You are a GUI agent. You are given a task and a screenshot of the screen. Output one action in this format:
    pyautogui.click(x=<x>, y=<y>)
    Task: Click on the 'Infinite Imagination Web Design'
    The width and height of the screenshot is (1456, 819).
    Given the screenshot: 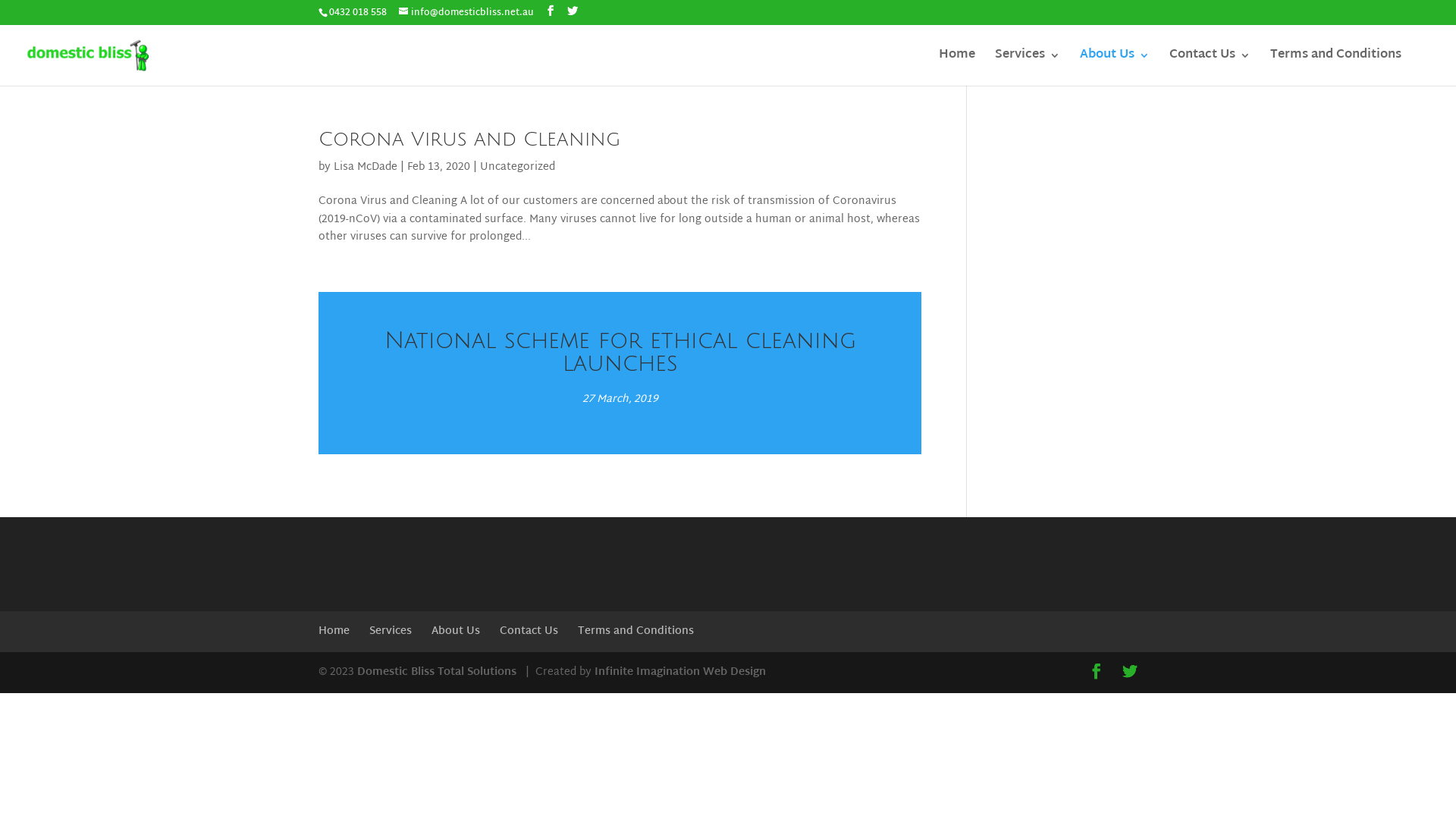 What is the action you would take?
    pyautogui.click(x=679, y=671)
    